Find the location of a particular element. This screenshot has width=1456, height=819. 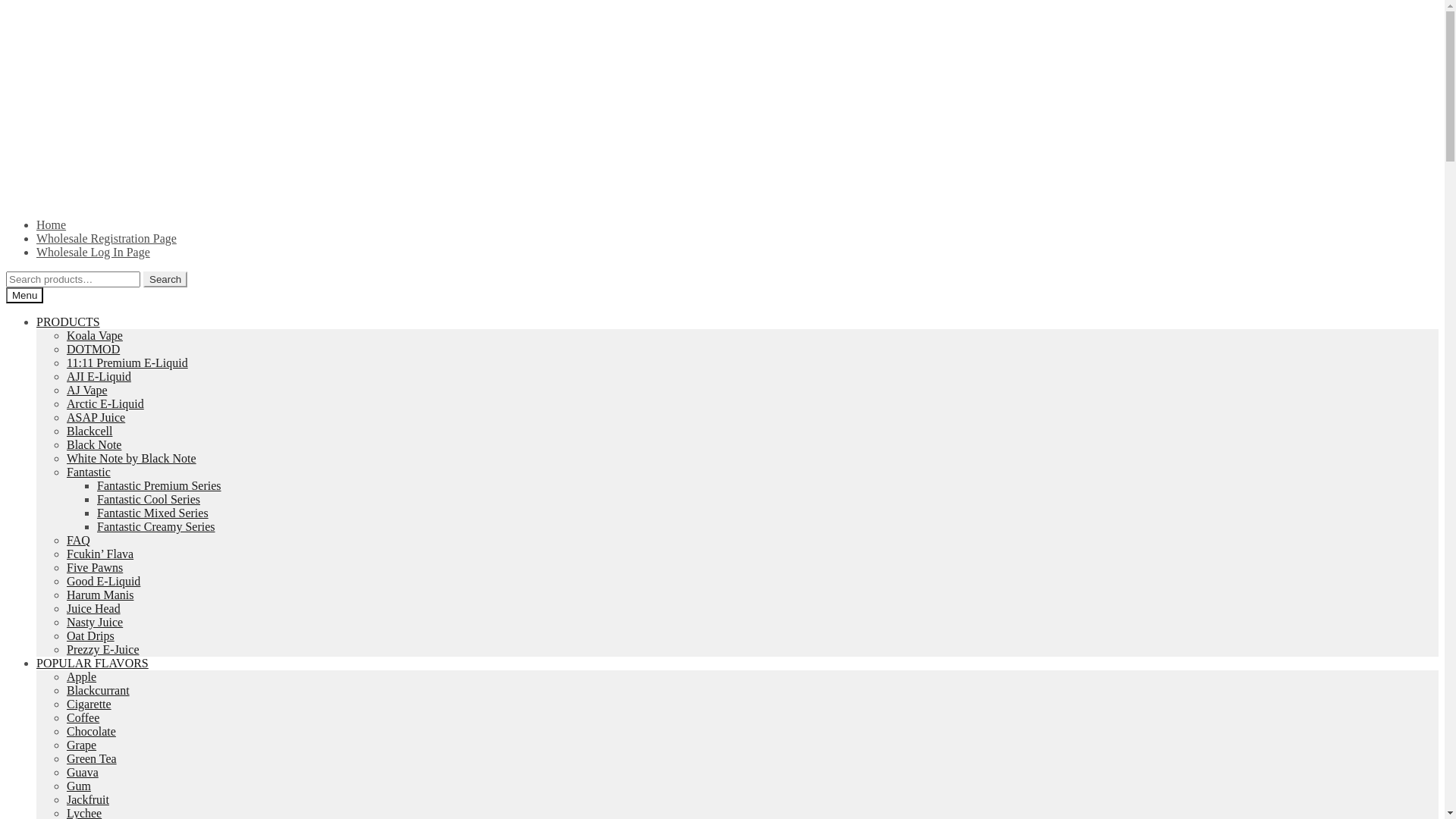

'AJ Vape' is located at coordinates (65, 389).